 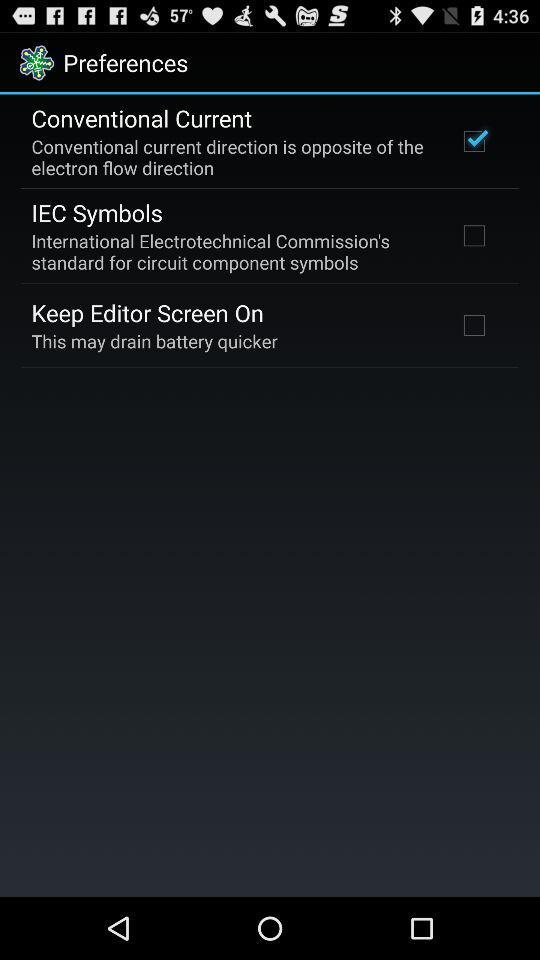 What do you see at coordinates (153, 341) in the screenshot?
I see `this may drain on the left` at bounding box center [153, 341].